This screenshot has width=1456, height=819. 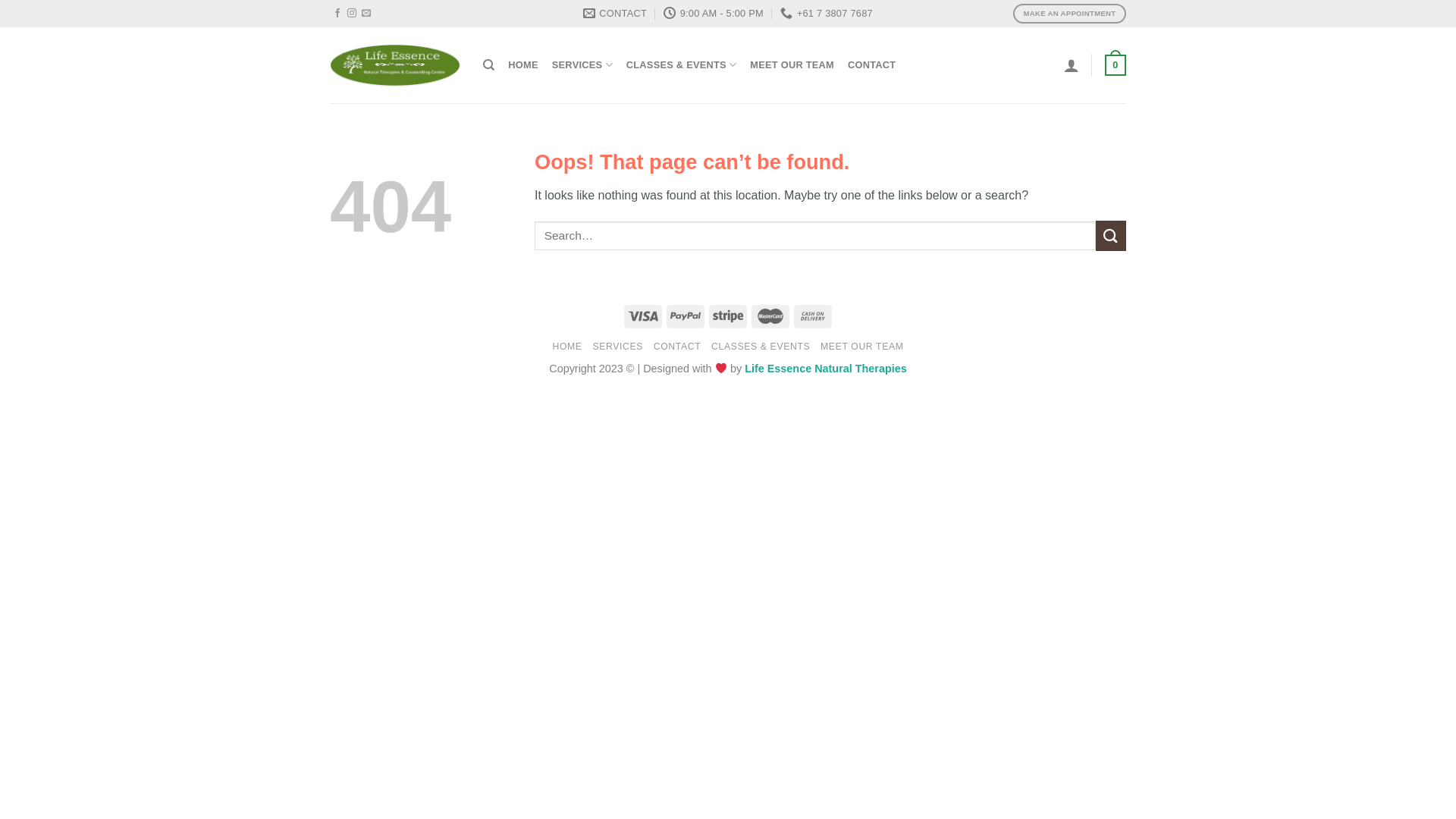 What do you see at coordinates (825, 14) in the screenshot?
I see `'+61 7 3807 7687'` at bounding box center [825, 14].